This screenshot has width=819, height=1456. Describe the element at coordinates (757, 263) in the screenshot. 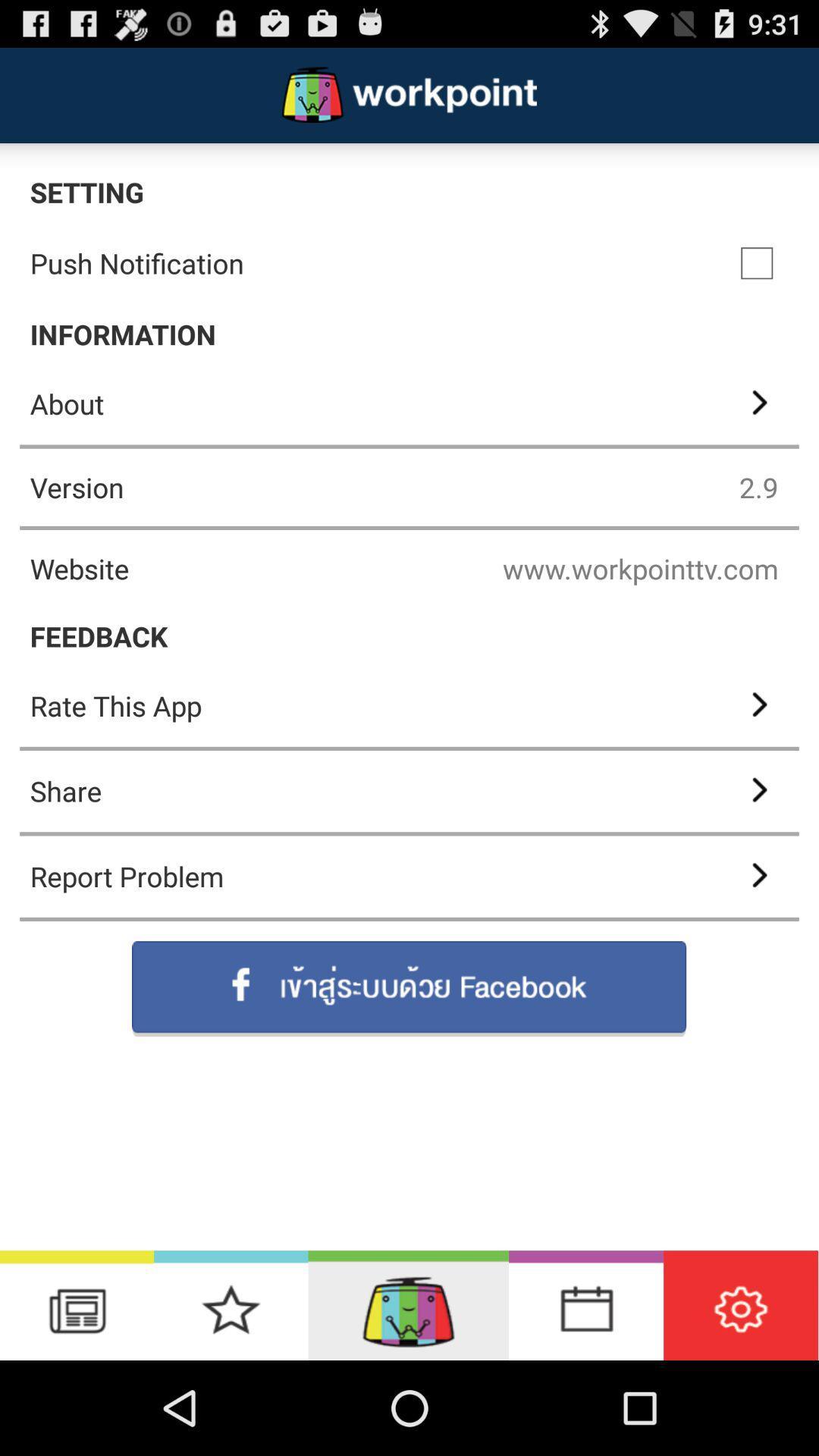

I see `push notification option` at that location.